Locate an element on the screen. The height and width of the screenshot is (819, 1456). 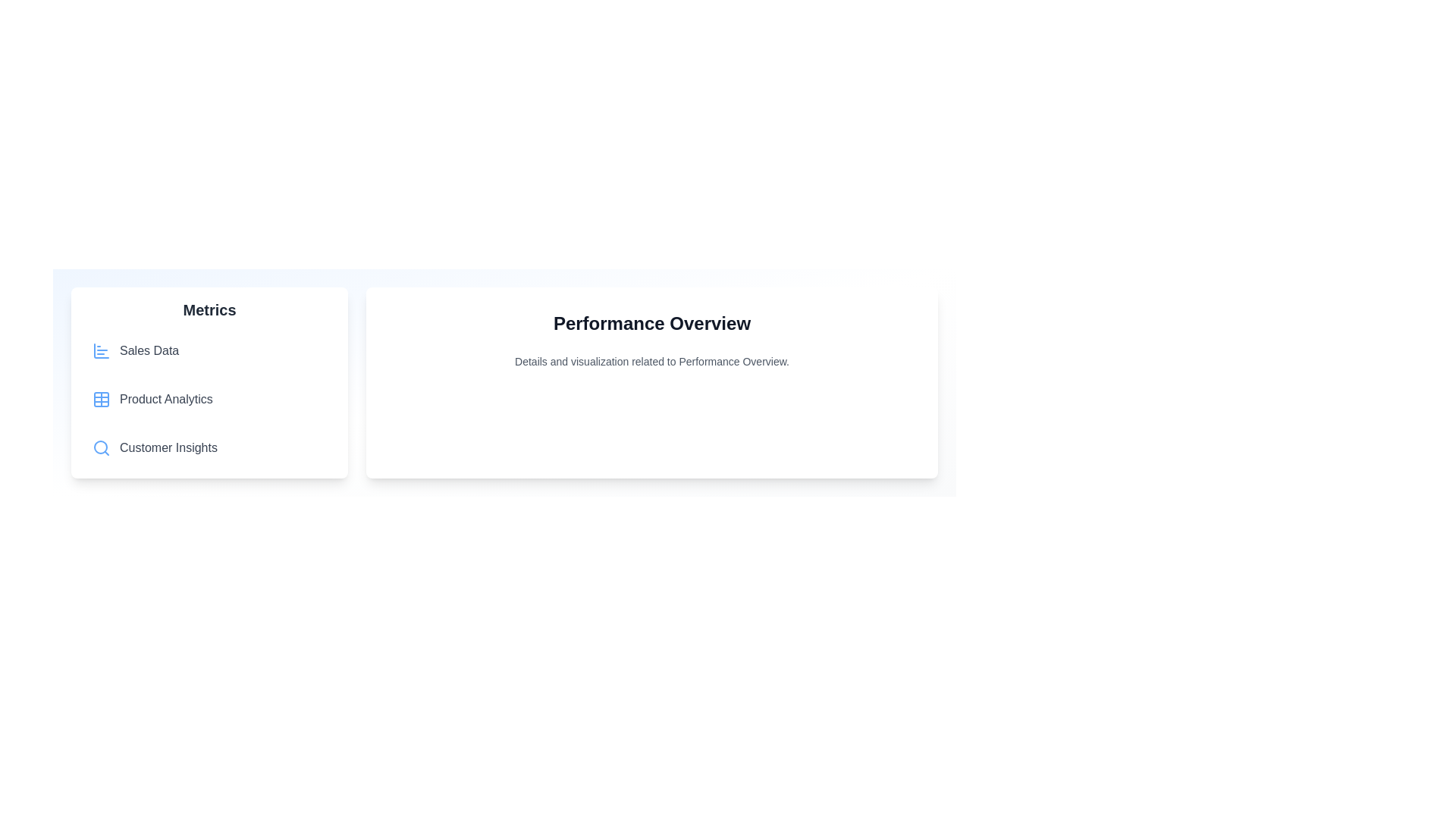
the list item labeled 'Customer Insights' which includes a blue magnifying glass icon, positioned as the third item in the vertical list under 'Metrics' is located at coordinates (209, 447).